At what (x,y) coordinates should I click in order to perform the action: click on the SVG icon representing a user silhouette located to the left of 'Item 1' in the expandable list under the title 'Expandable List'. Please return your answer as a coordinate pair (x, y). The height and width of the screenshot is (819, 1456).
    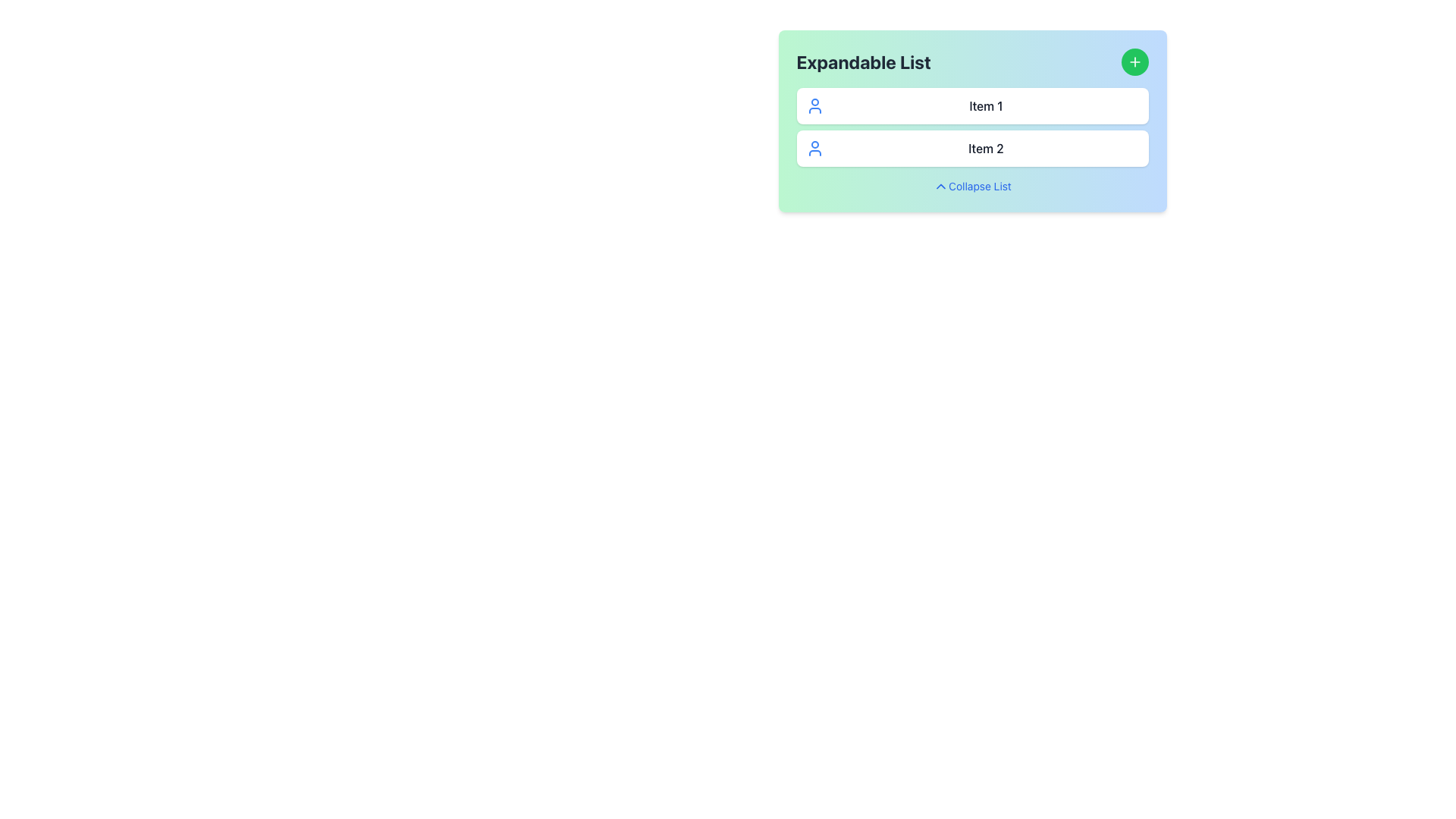
    Looking at the image, I should click on (814, 105).